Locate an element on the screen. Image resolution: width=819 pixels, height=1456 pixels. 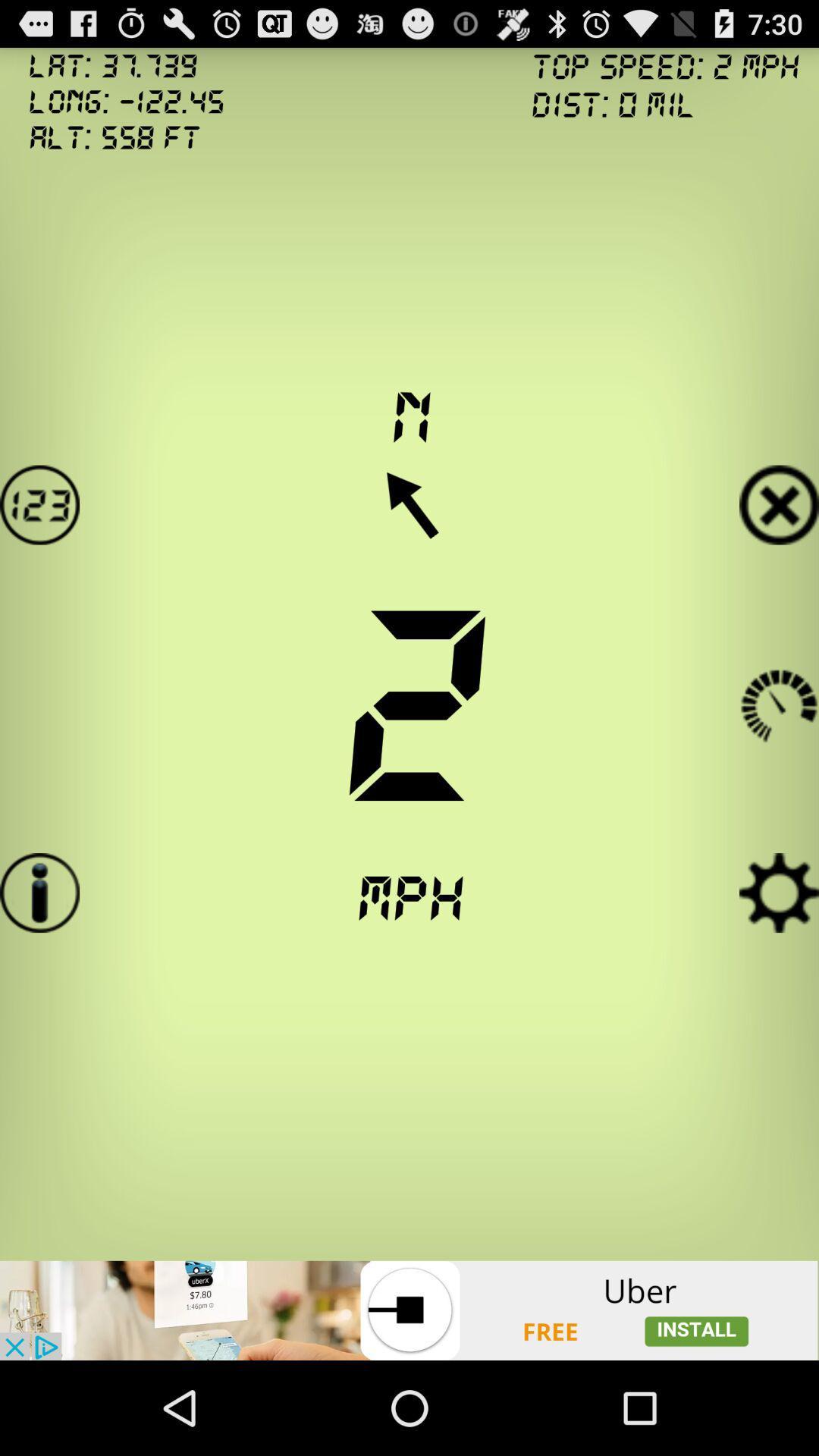
info is located at coordinates (39, 893).